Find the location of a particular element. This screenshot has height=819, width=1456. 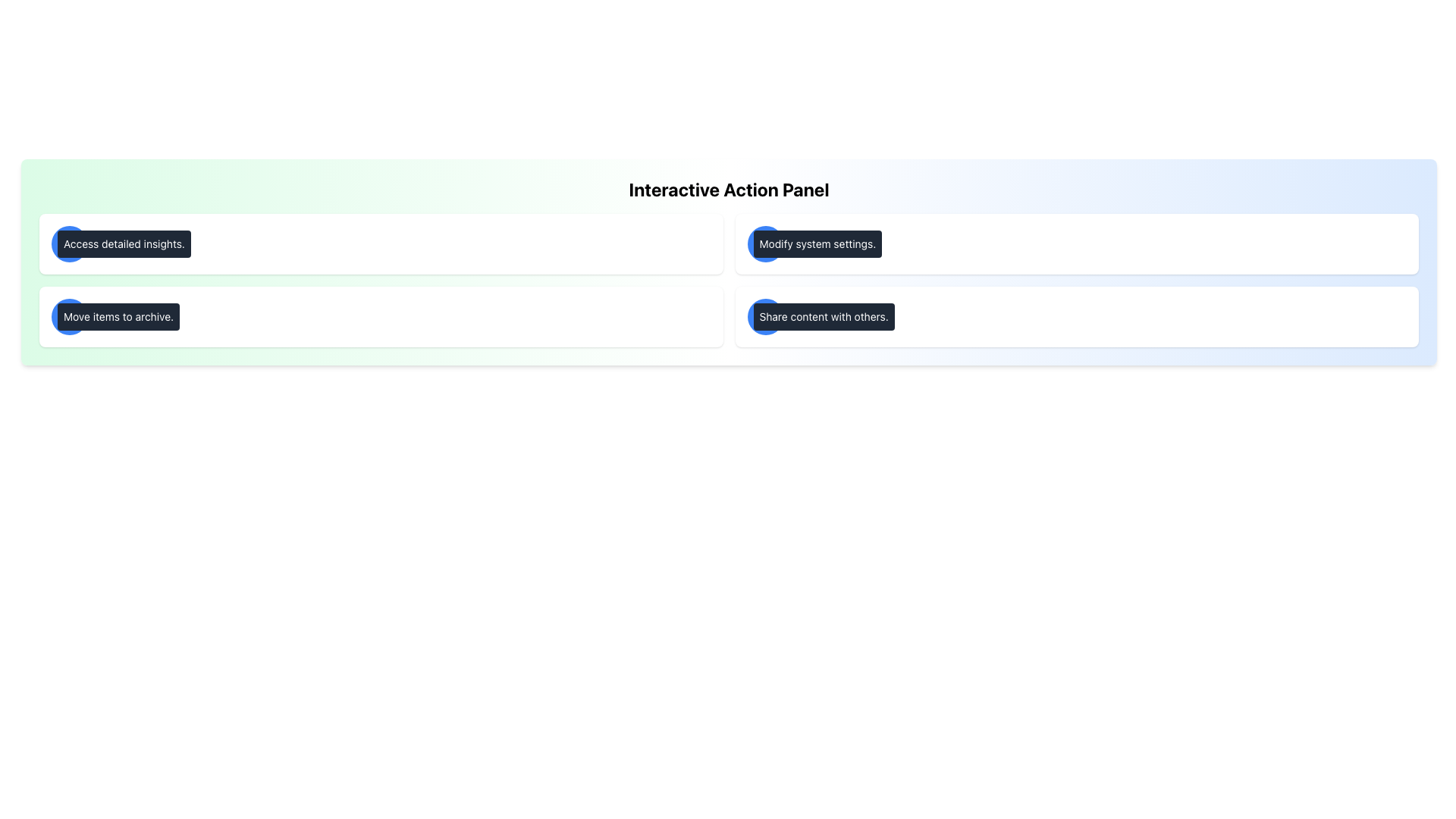

the text label in the upper left section of the card that displays 'Access detailed insights.' This label provides context for the associated information is located at coordinates (136, 243).